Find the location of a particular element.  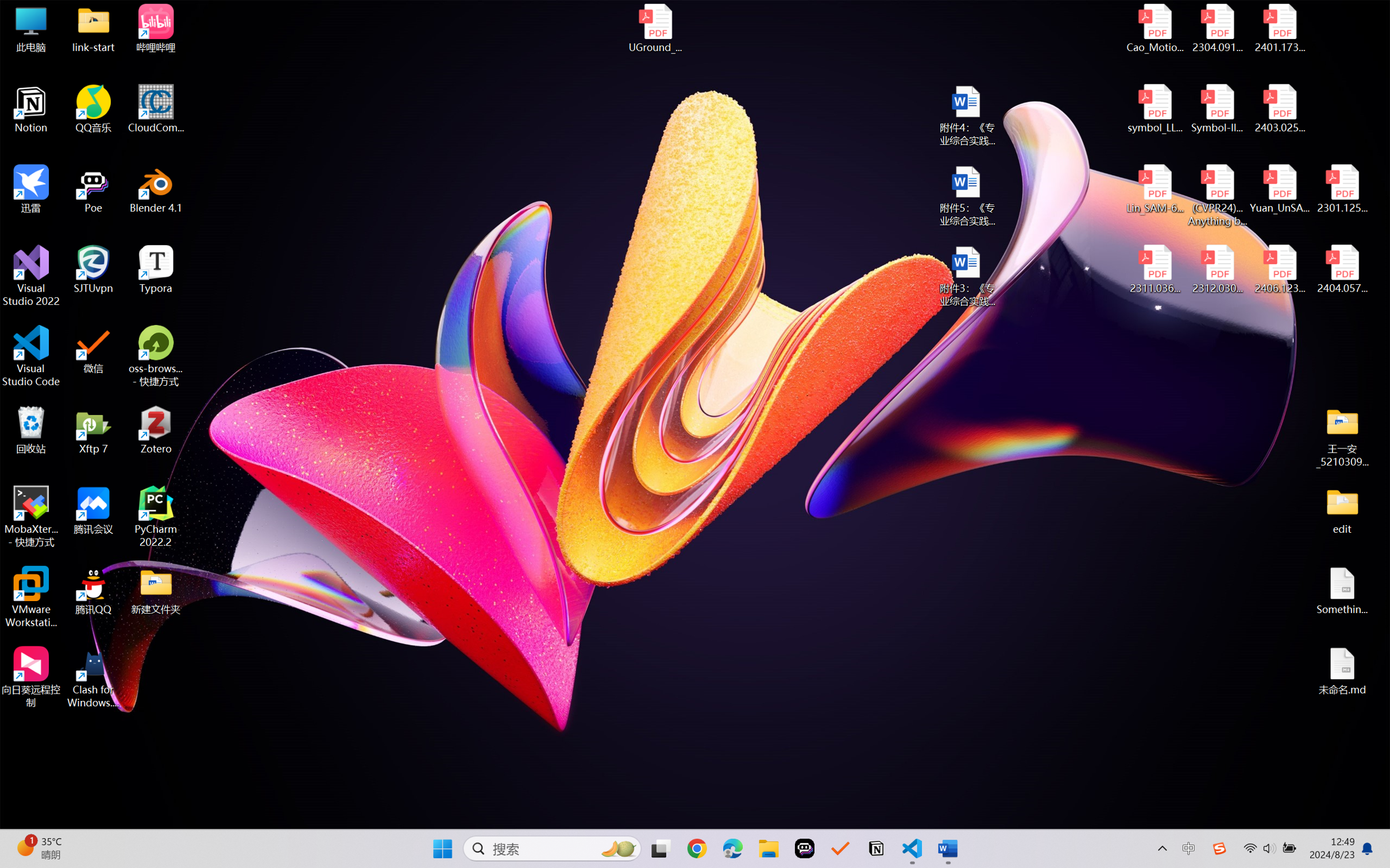

'(CVPR24)Matching Anything by Segmenting Anything.pdf' is located at coordinates (1217, 195).